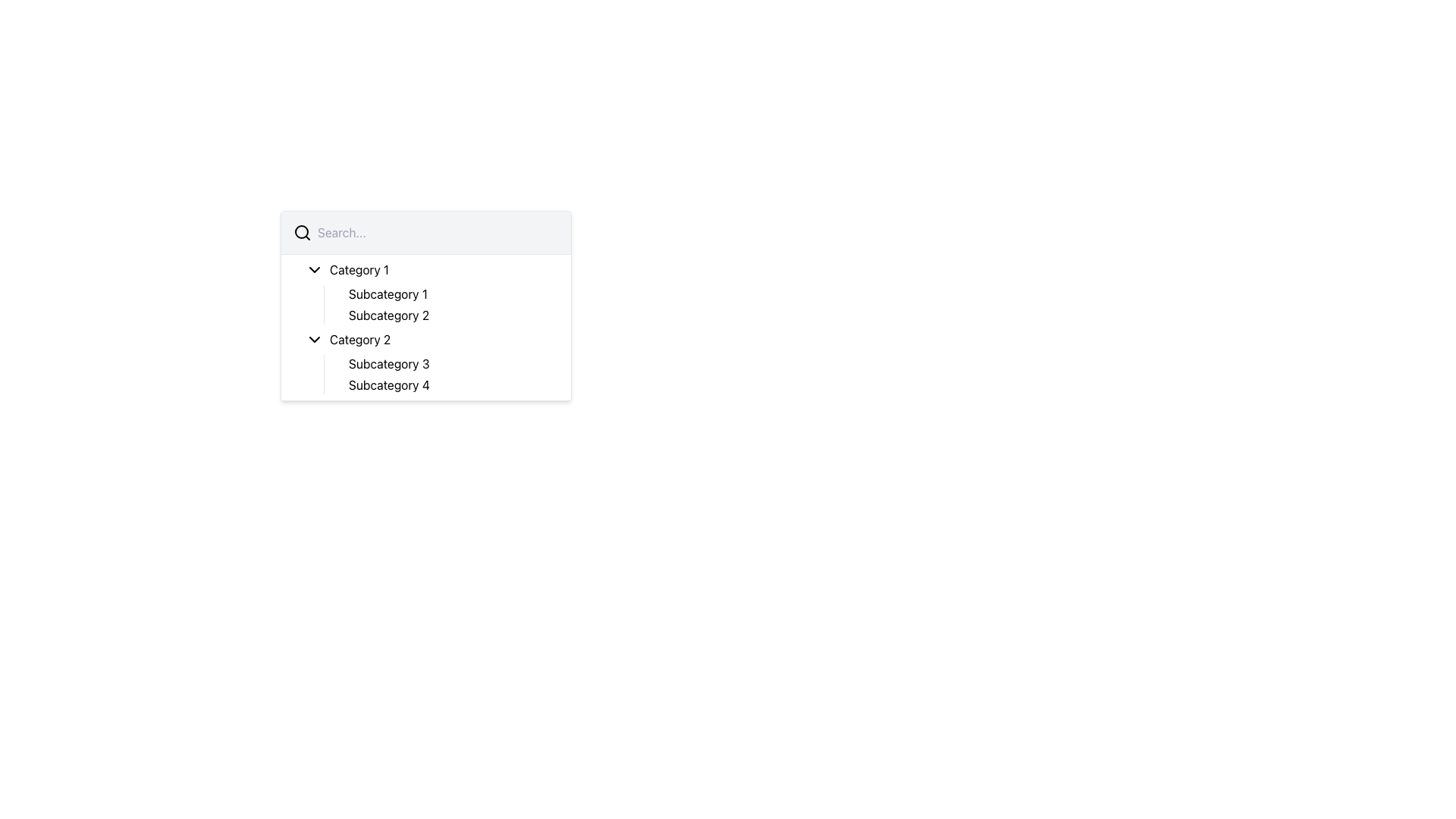  I want to click on the downward-facing chevron icon associated with 'Category 2', so click(313, 338).